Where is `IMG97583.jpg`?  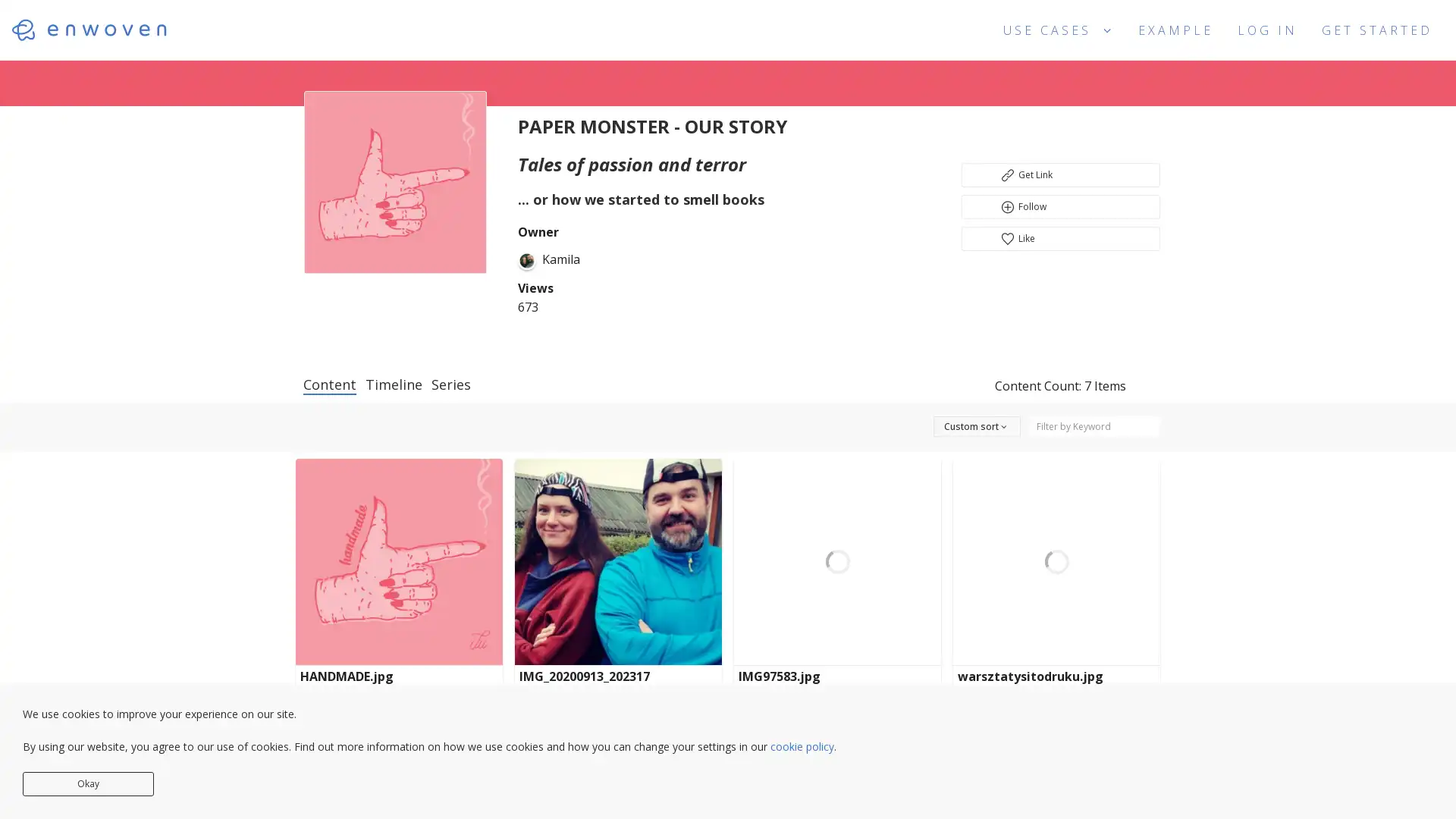 IMG97583.jpg is located at coordinates (836, 684).